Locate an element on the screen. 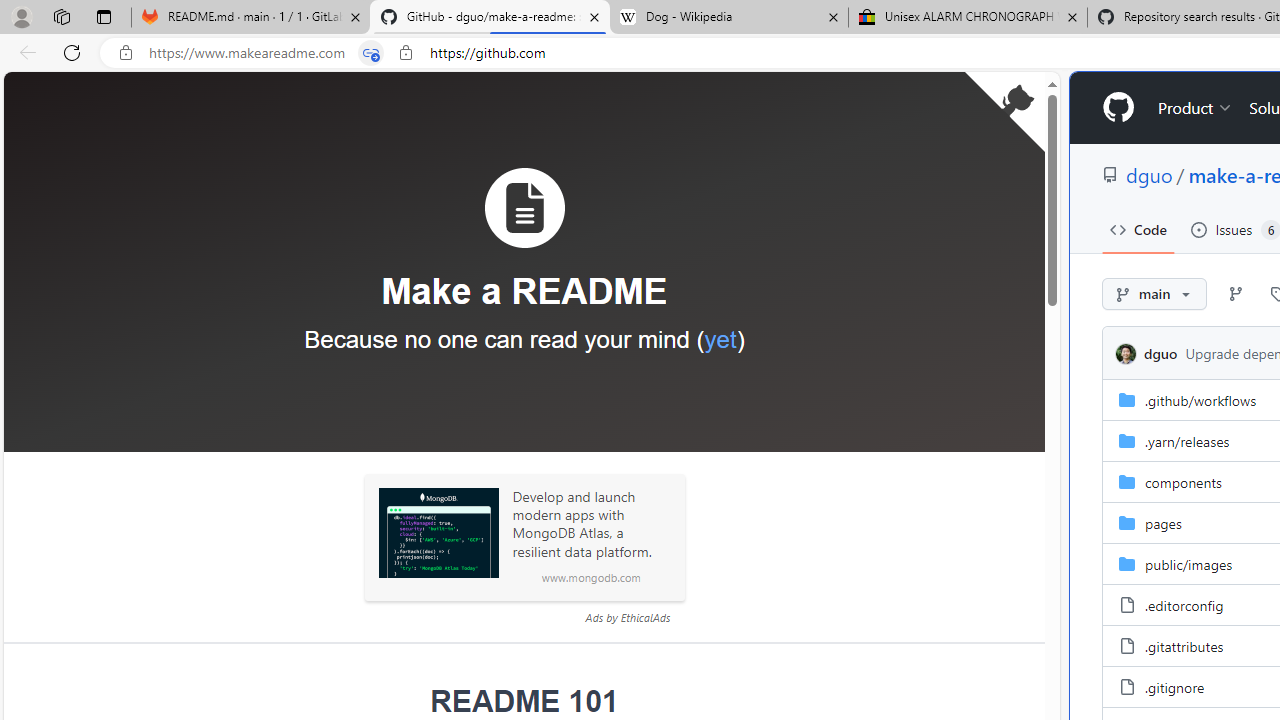 The width and height of the screenshot is (1280, 720). 'Ads by EthicalAds' is located at coordinates (626, 616).